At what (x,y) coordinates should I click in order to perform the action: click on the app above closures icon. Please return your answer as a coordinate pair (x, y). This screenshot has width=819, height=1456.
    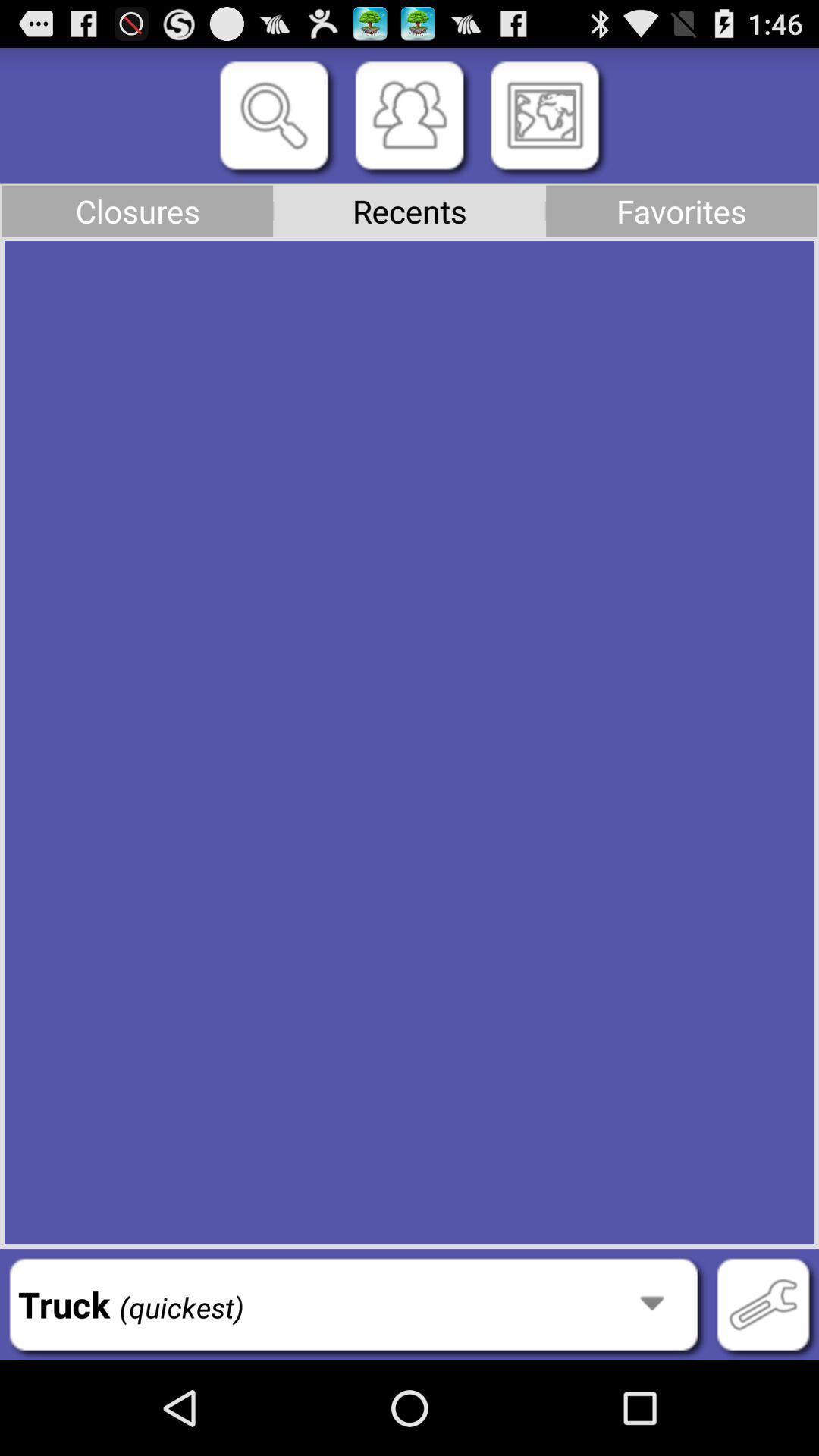
    Looking at the image, I should click on (274, 115).